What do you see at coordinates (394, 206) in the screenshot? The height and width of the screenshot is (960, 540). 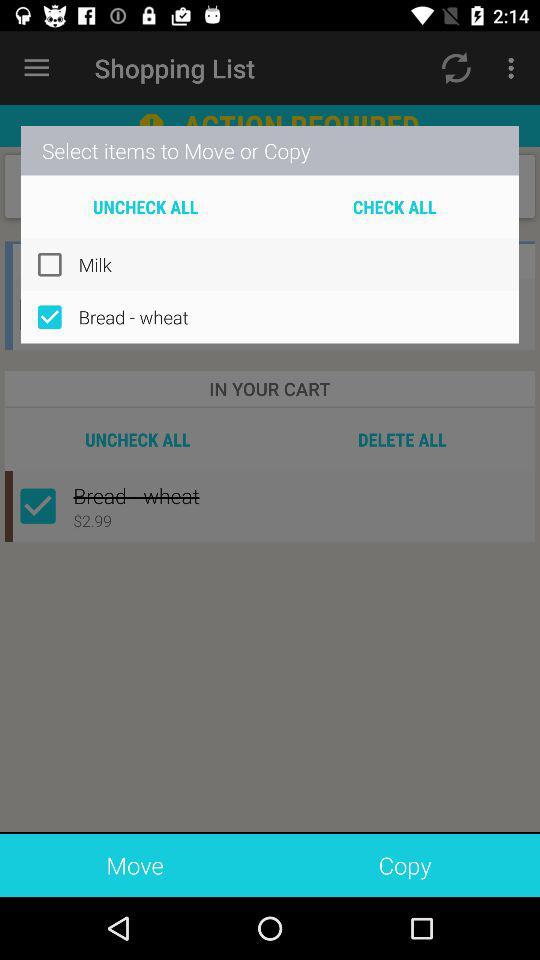 I see `icon to the right of uncheck all` at bounding box center [394, 206].